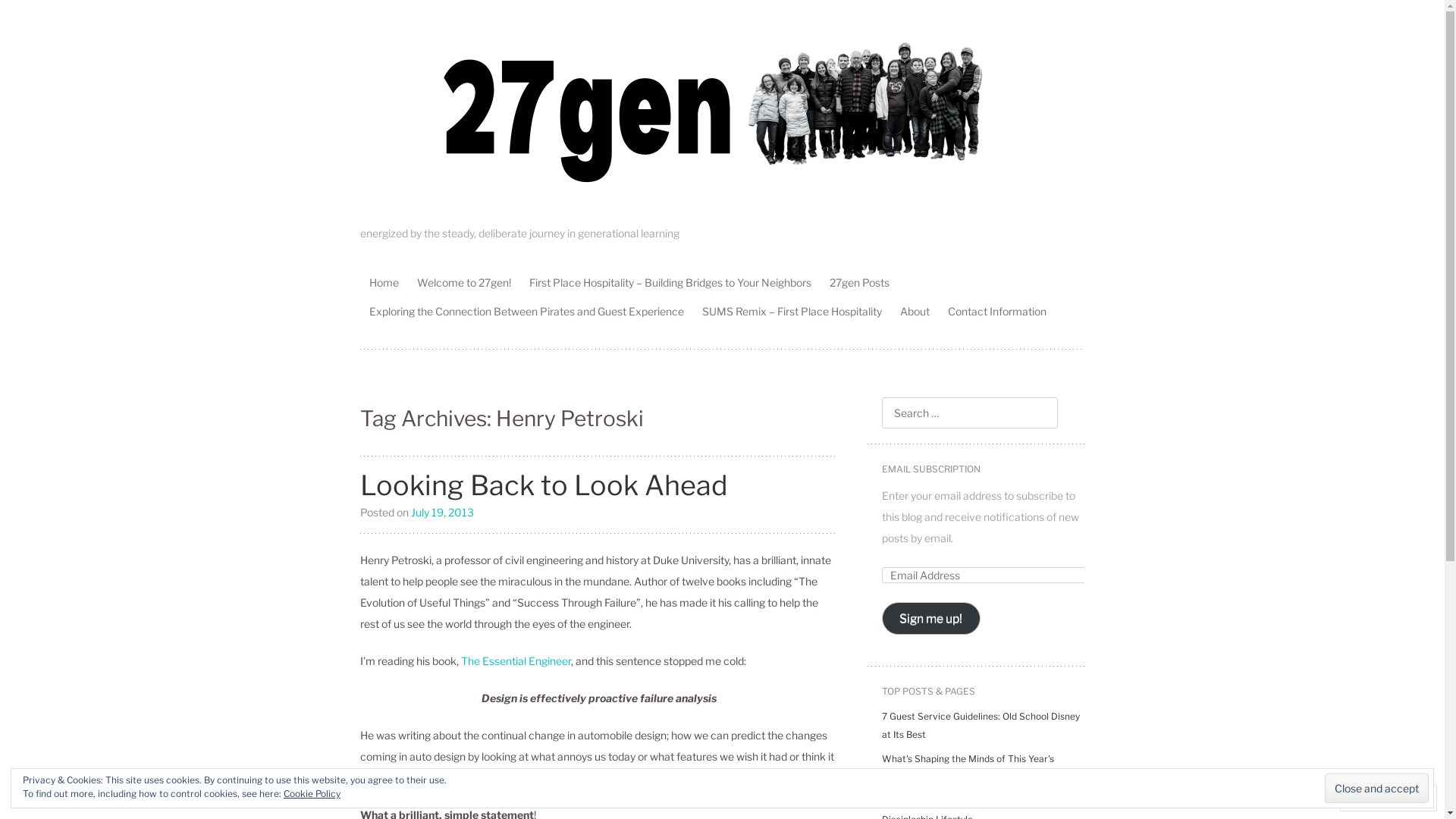  Describe the element at coordinates (930, 618) in the screenshot. I see `'Sign me up!'` at that location.